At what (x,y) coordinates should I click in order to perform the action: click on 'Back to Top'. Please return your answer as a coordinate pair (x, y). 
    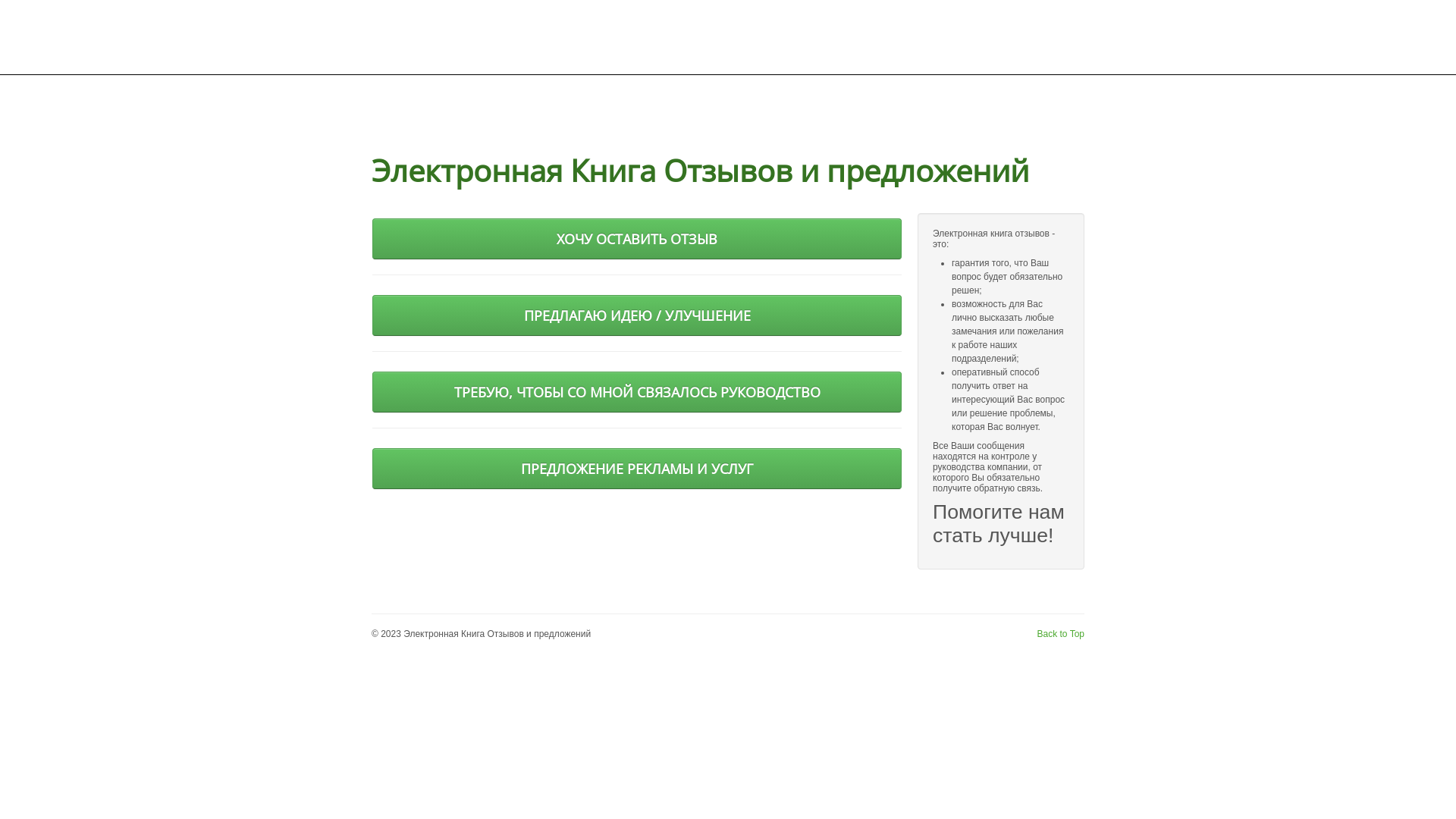
    Looking at the image, I should click on (1059, 634).